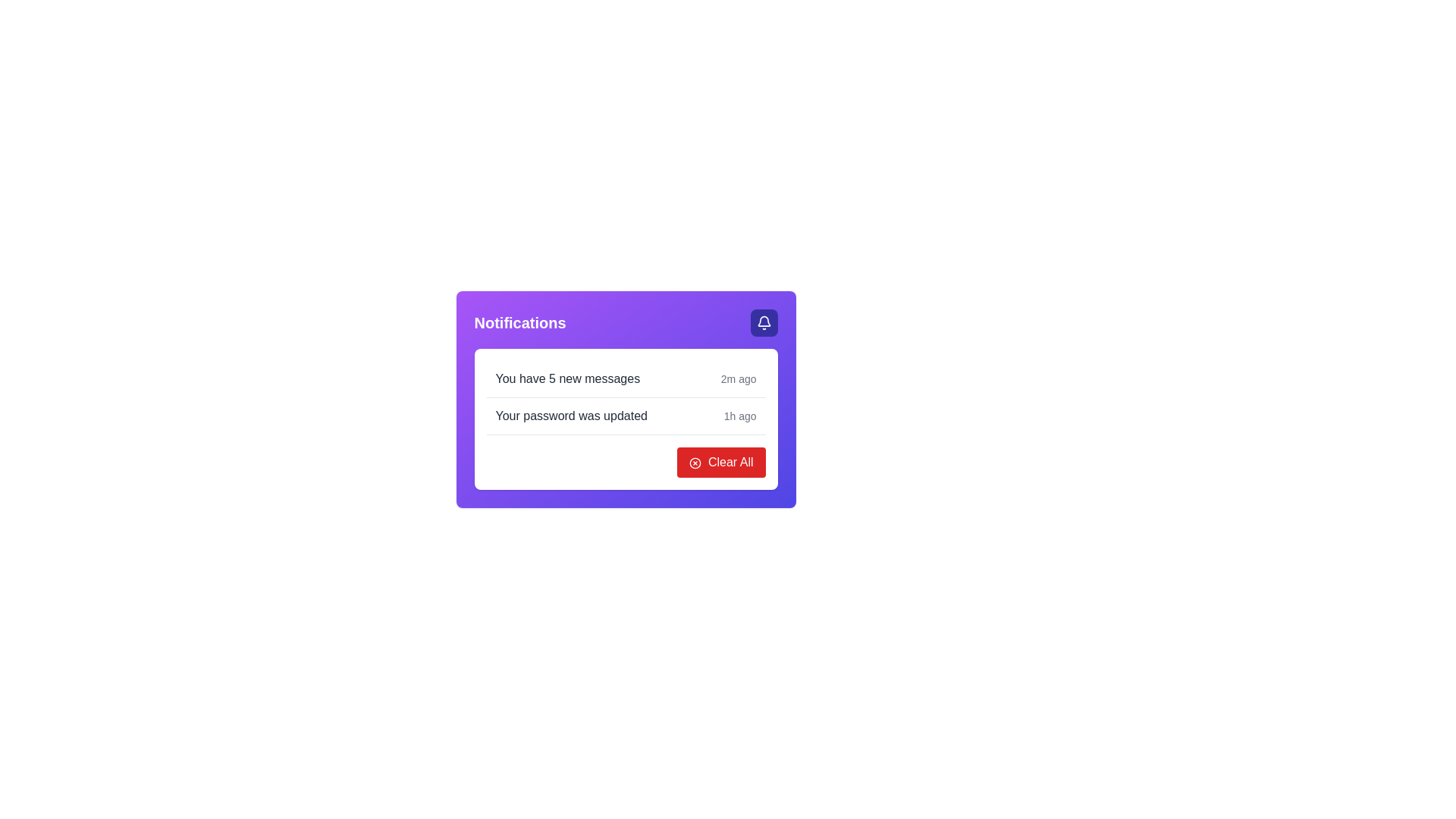 The width and height of the screenshot is (1456, 819). I want to click on the icon that visually emphasizes the action of clearing notifications, located on the left side of the 'Clear All' button within the notification card, so click(695, 462).